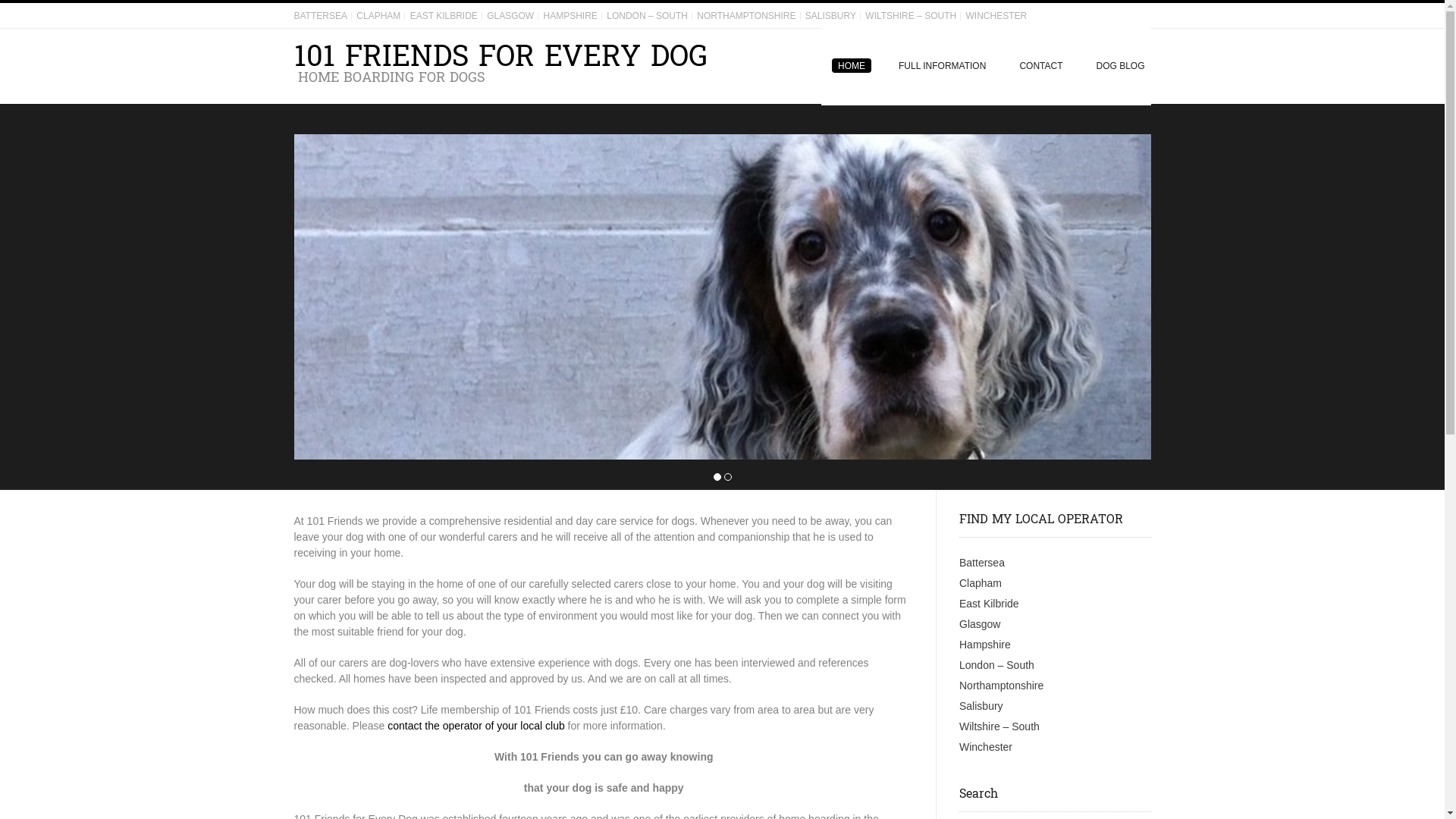 The image size is (1456, 819). I want to click on '2', so click(726, 476).